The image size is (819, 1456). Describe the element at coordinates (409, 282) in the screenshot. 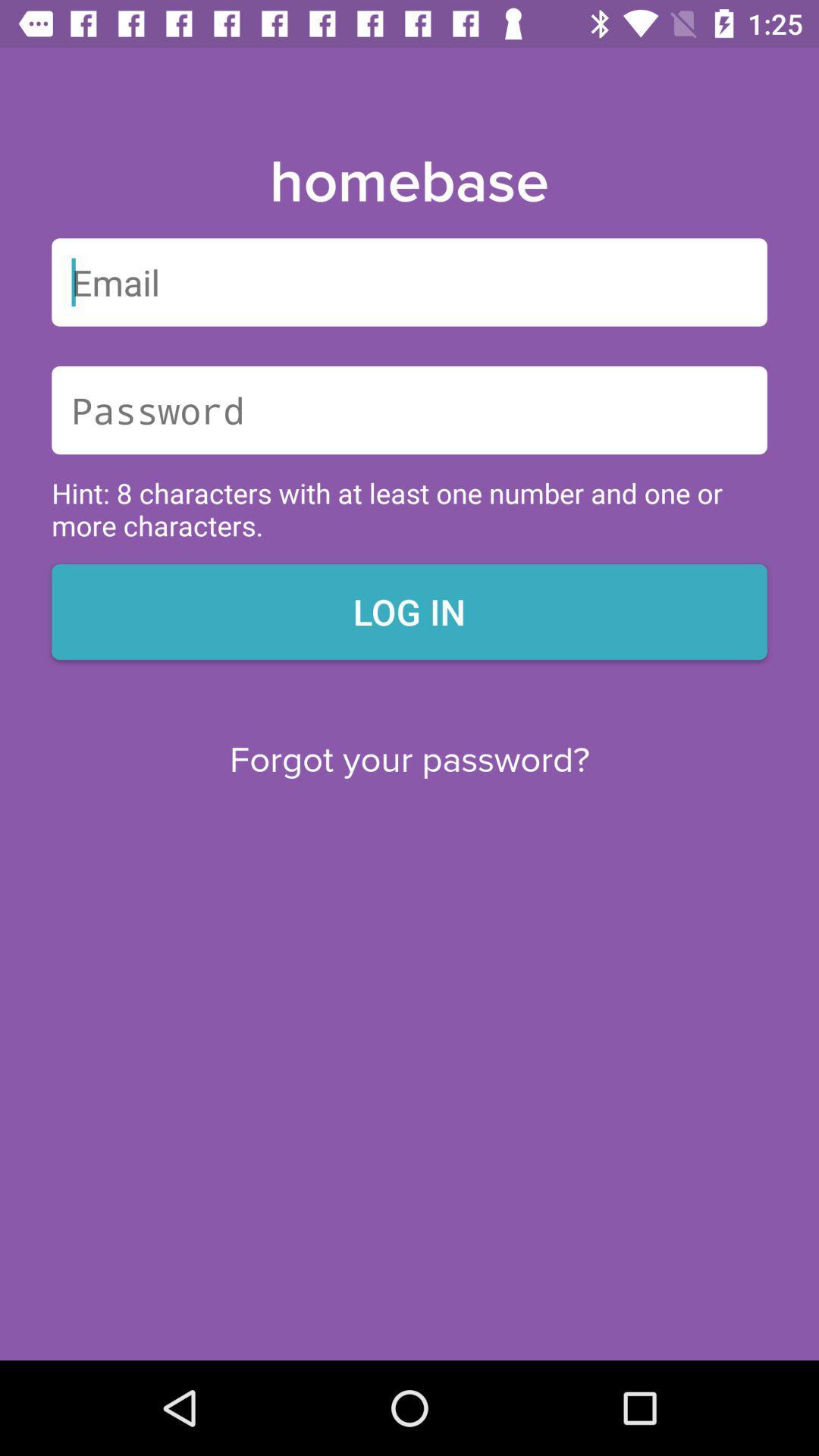

I see `email address` at that location.